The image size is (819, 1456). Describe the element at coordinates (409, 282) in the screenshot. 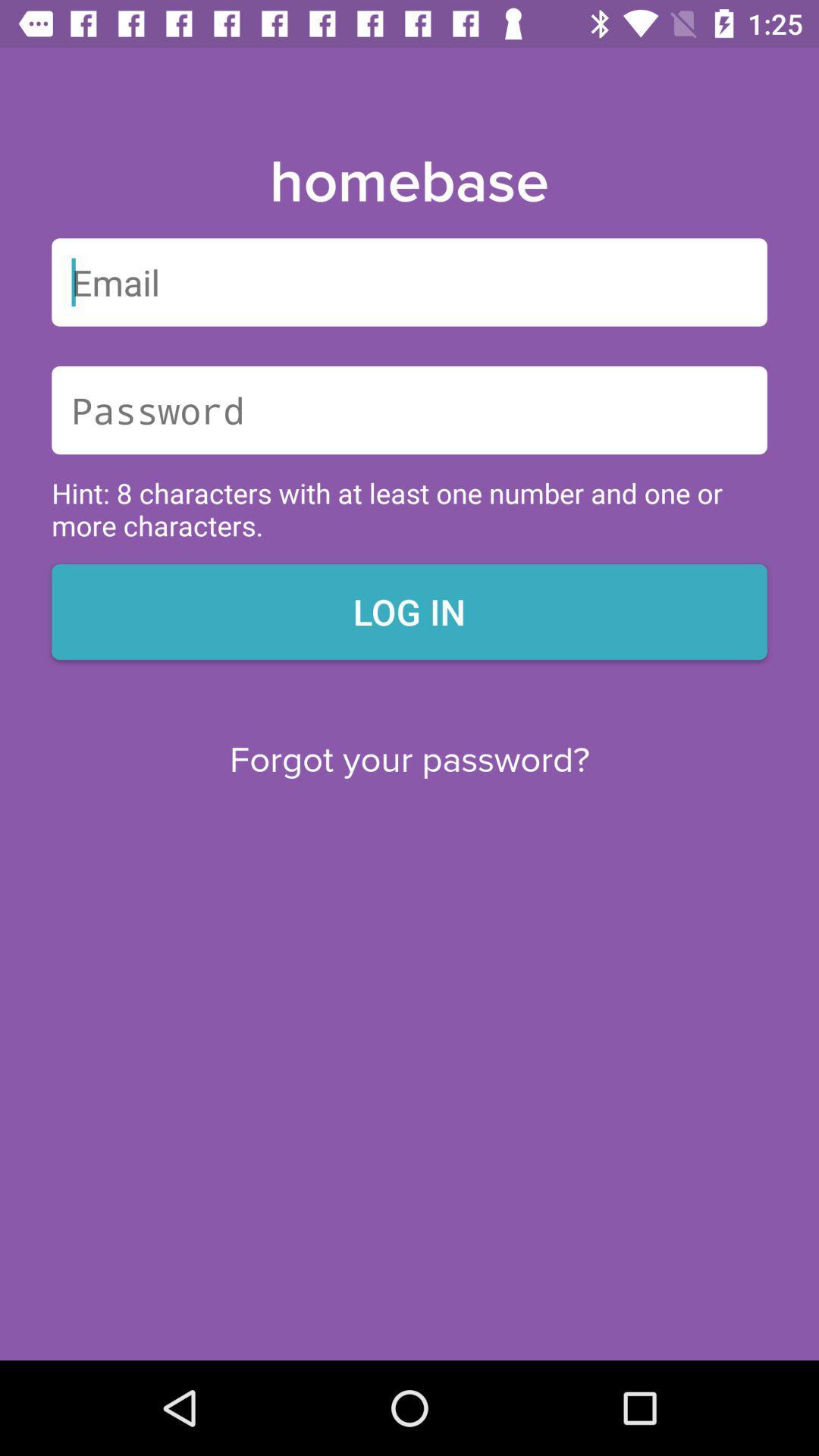

I see `email address` at that location.